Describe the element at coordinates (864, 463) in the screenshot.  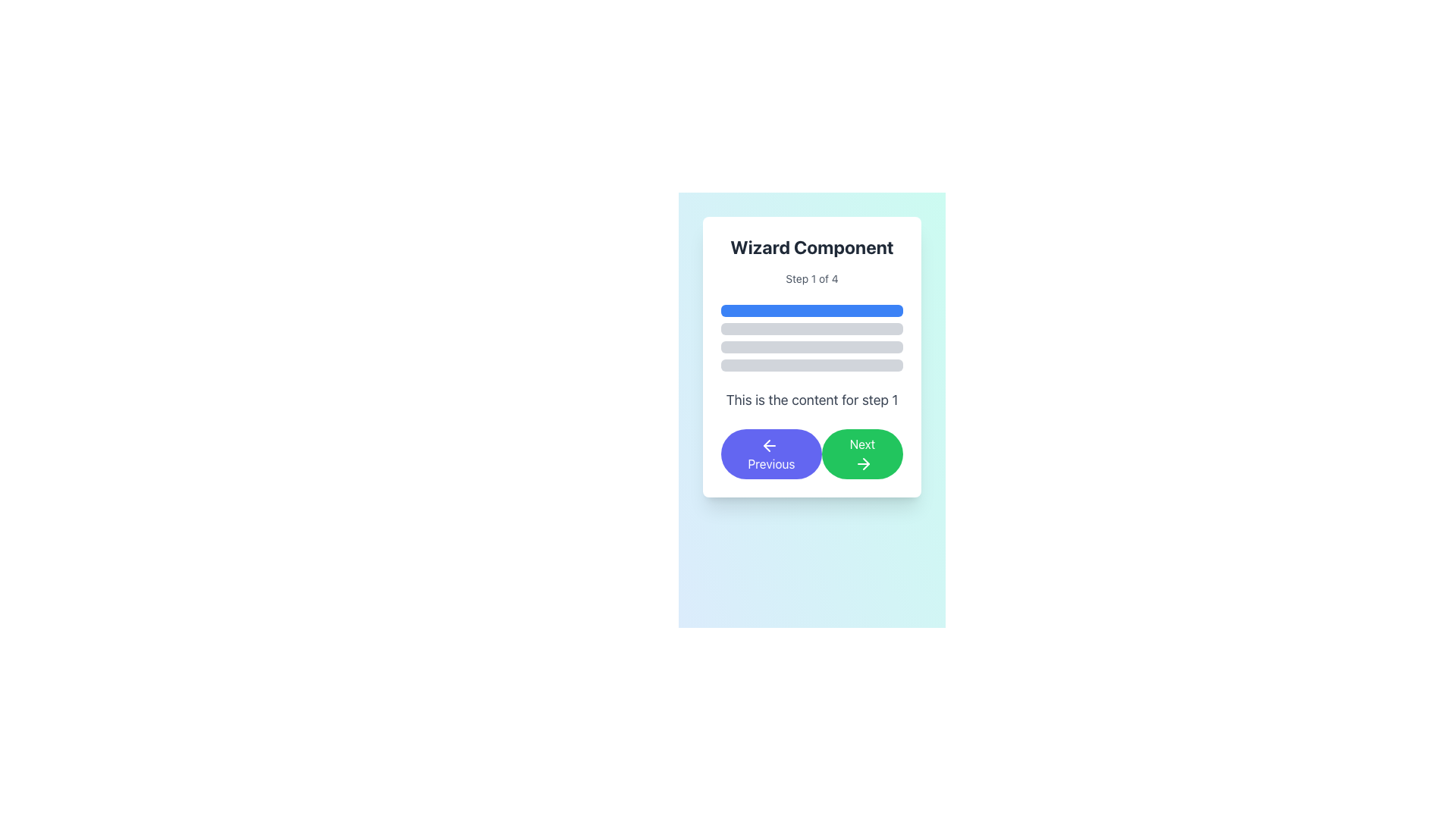
I see `the right-pointing arrow icon within the 'Next' button located at the bottom-right of the dialog` at that location.